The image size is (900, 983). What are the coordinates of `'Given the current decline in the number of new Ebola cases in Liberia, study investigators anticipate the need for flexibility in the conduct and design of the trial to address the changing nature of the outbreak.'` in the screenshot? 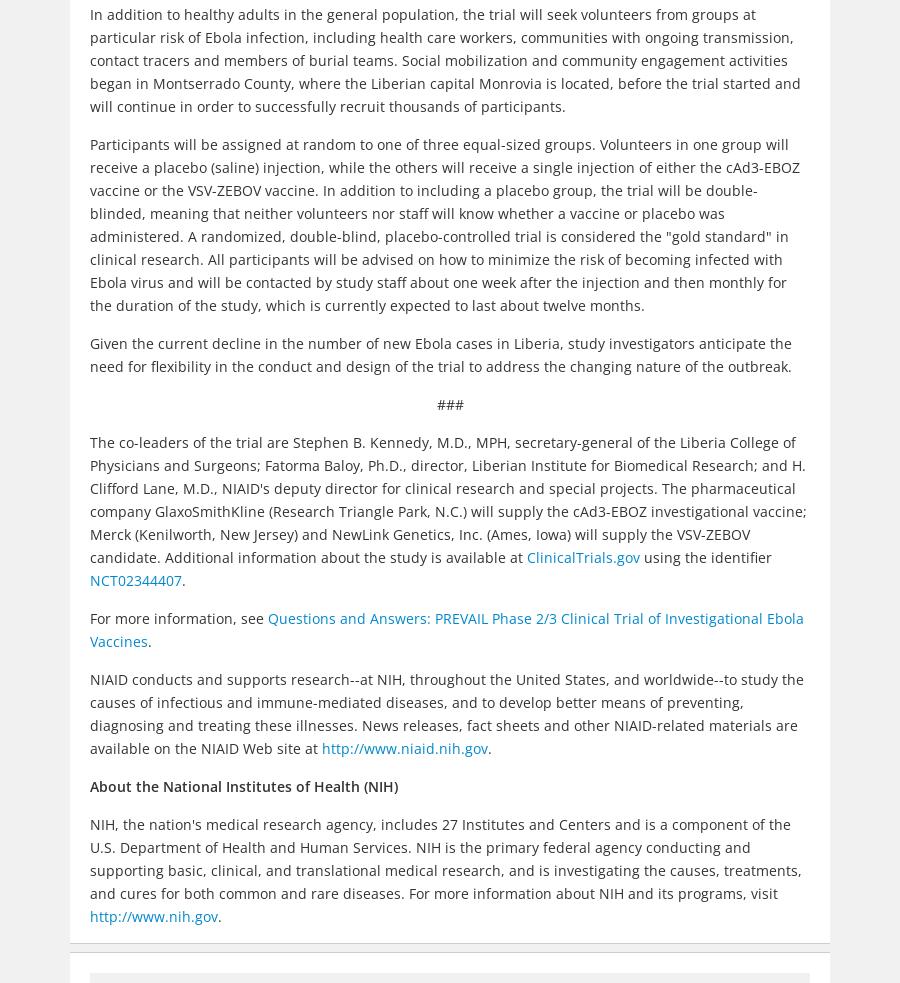 It's located at (441, 353).